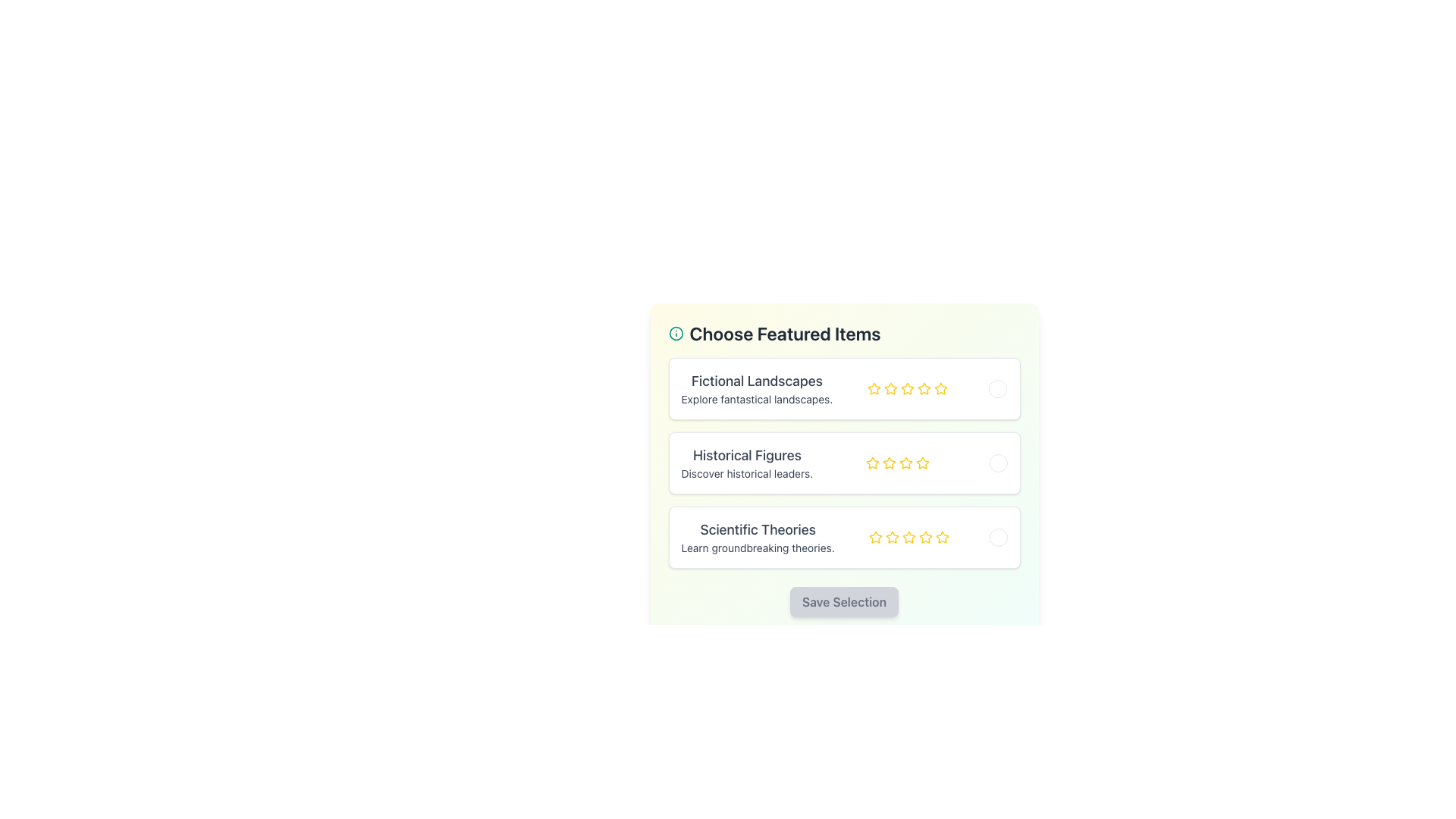  What do you see at coordinates (892, 537) in the screenshot?
I see `the second star icon in the rating system for the 'Scientific Theories' section to indicate a rating level` at bounding box center [892, 537].